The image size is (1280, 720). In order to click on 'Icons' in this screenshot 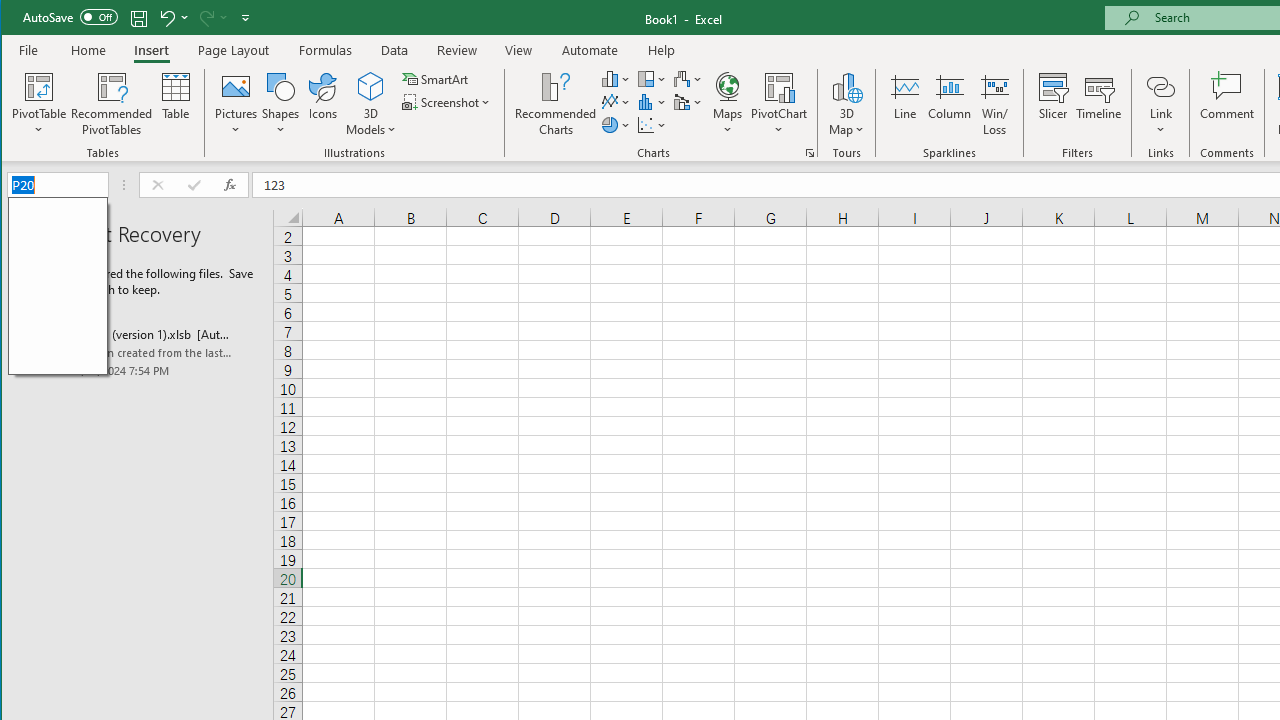, I will do `click(323, 104)`.